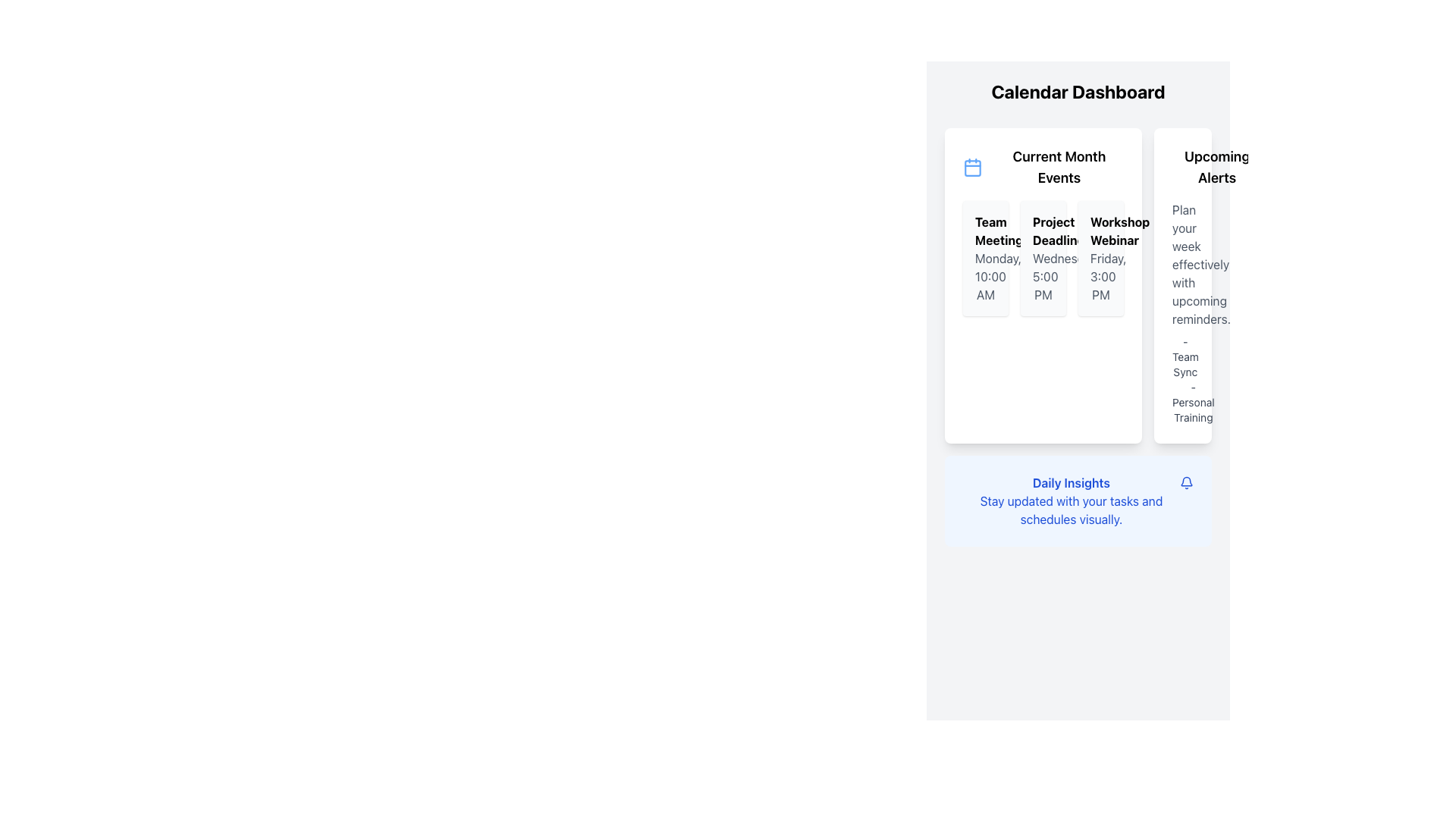 Image resolution: width=1456 pixels, height=819 pixels. Describe the element at coordinates (986, 257) in the screenshot. I see `the Information Card displaying details about the scheduled team meeting located in the 'Current Month Events' section, positioned to the far left in the grid layout` at that location.